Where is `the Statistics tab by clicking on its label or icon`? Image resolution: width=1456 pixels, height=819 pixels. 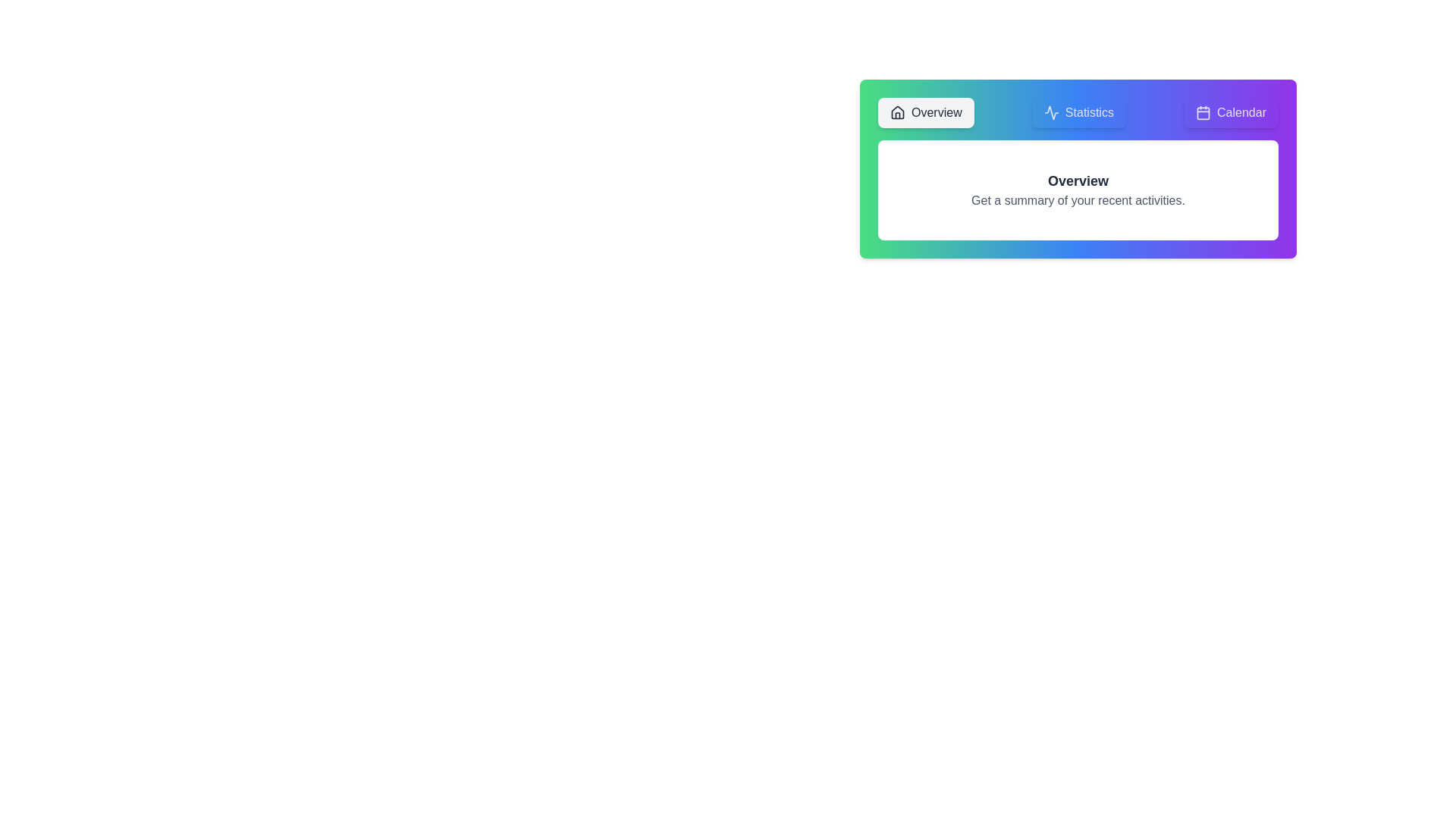 the Statistics tab by clicking on its label or icon is located at coordinates (1078, 112).